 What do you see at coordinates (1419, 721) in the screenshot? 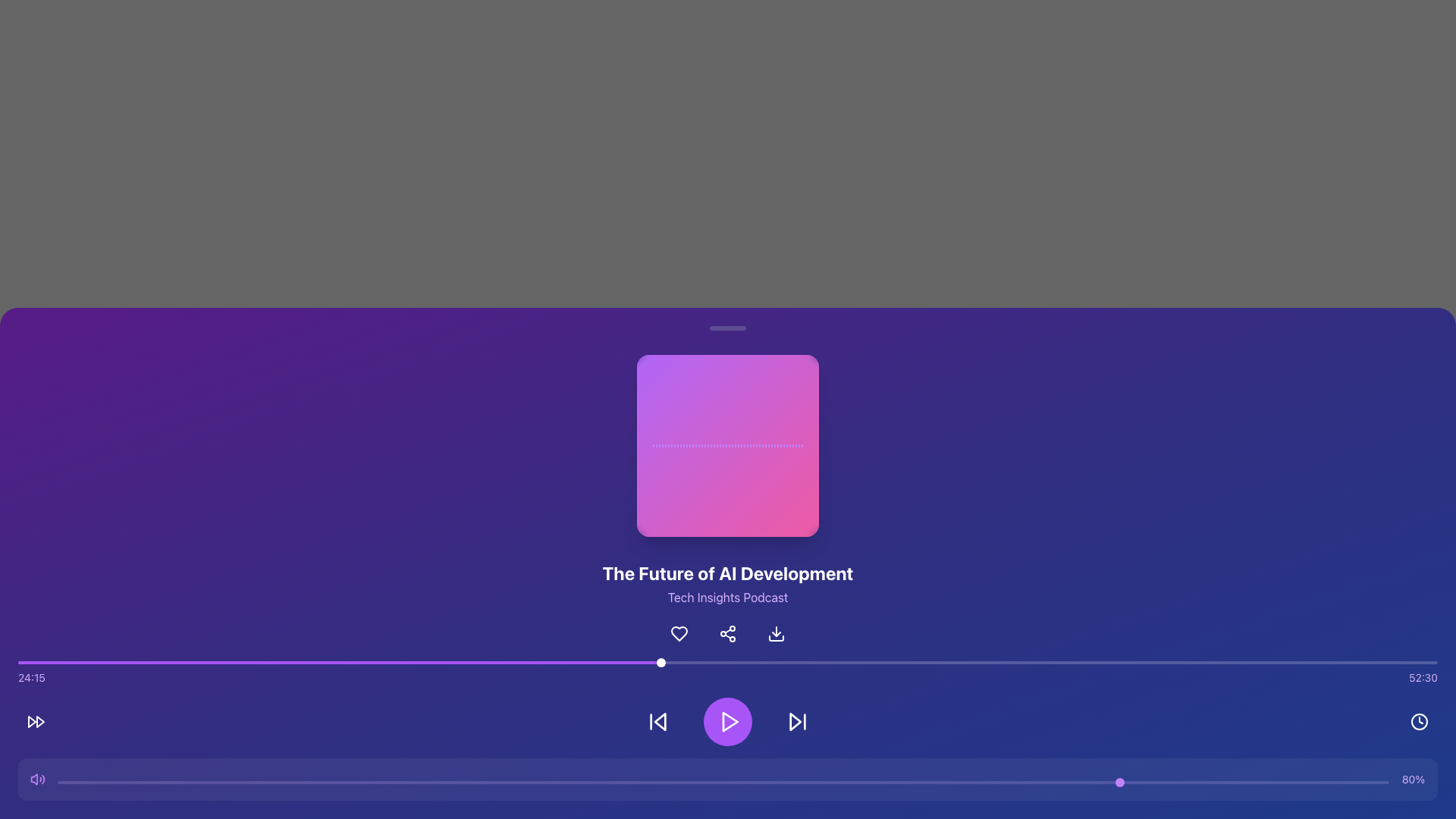
I see `the sleep timer icon, which resembles a clock and is located at the bottom-right of the interface near the playback progress bar` at bounding box center [1419, 721].